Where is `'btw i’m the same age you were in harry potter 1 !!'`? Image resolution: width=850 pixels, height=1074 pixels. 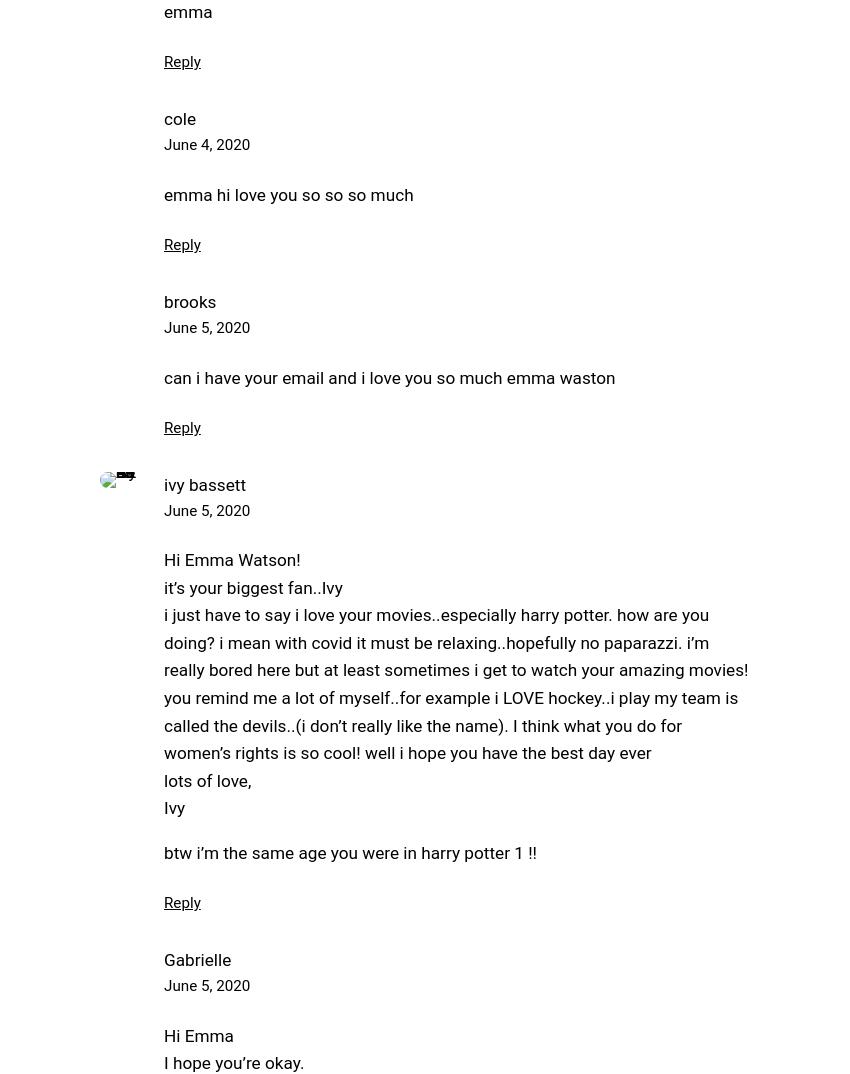 'btw i’m the same age you were in harry potter 1 !!' is located at coordinates (349, 852).